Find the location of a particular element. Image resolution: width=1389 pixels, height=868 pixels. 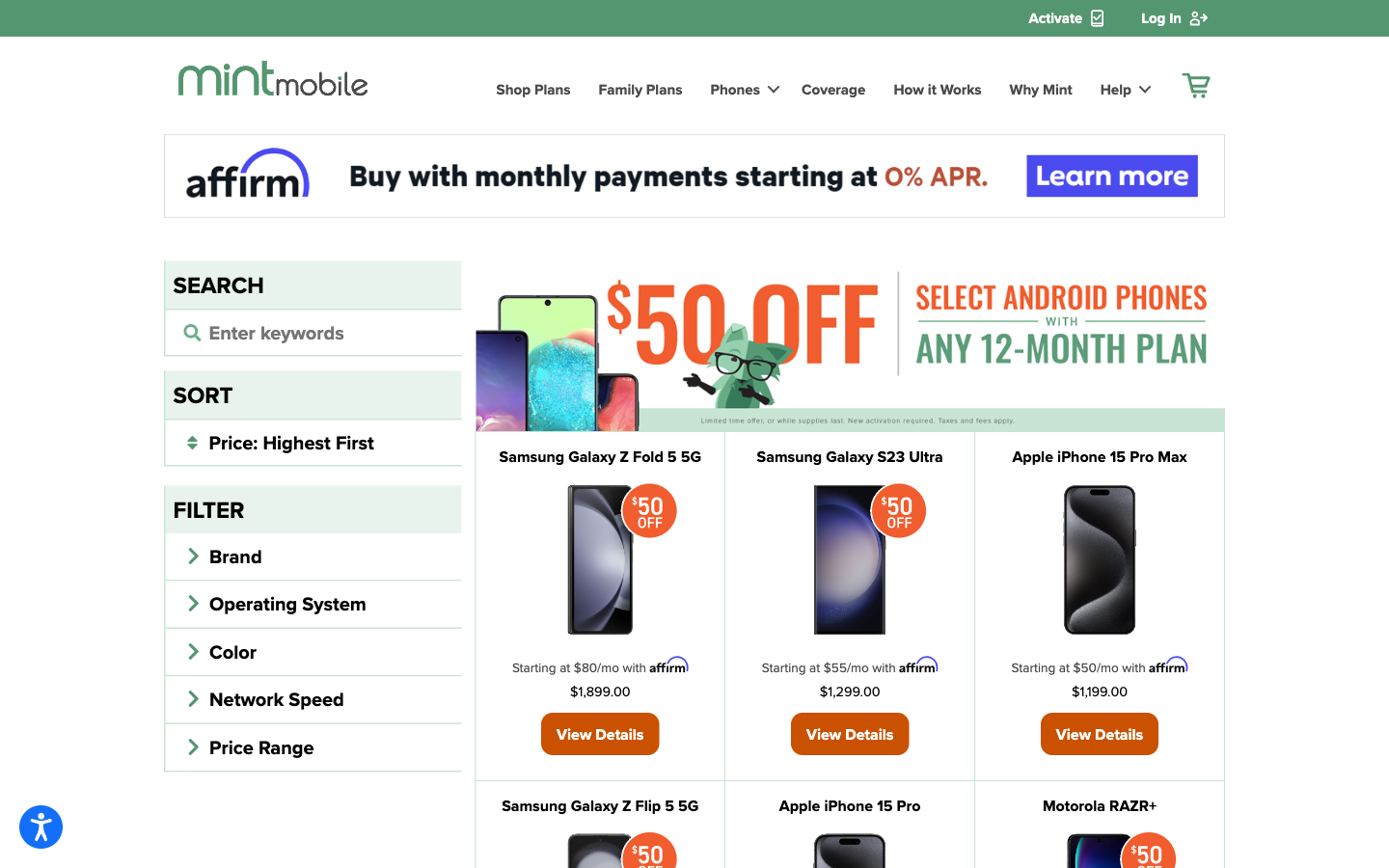

Change filter category is located at coordinates (313, 441).